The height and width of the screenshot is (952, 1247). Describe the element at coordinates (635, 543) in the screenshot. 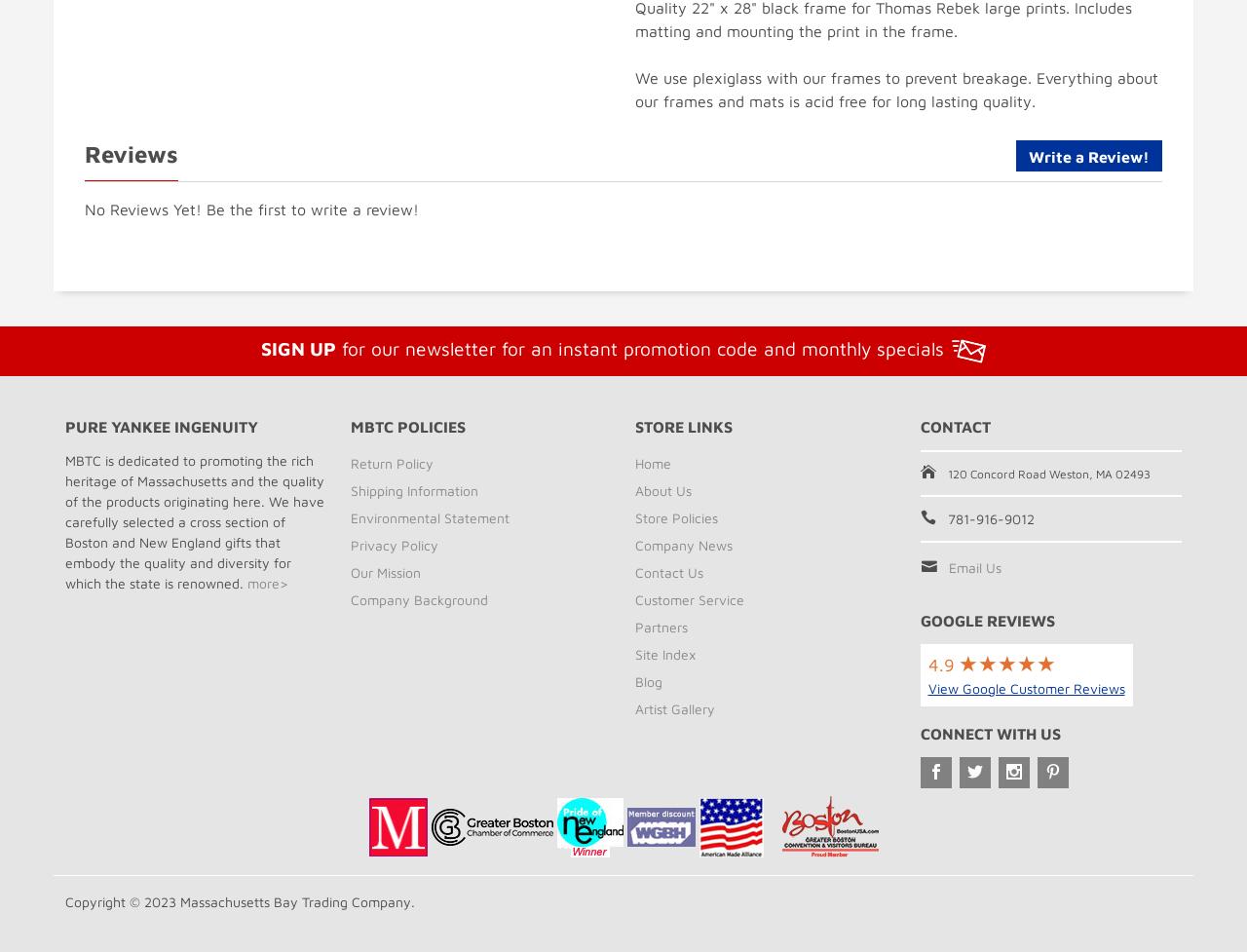

I see `'Company News'` at that location.